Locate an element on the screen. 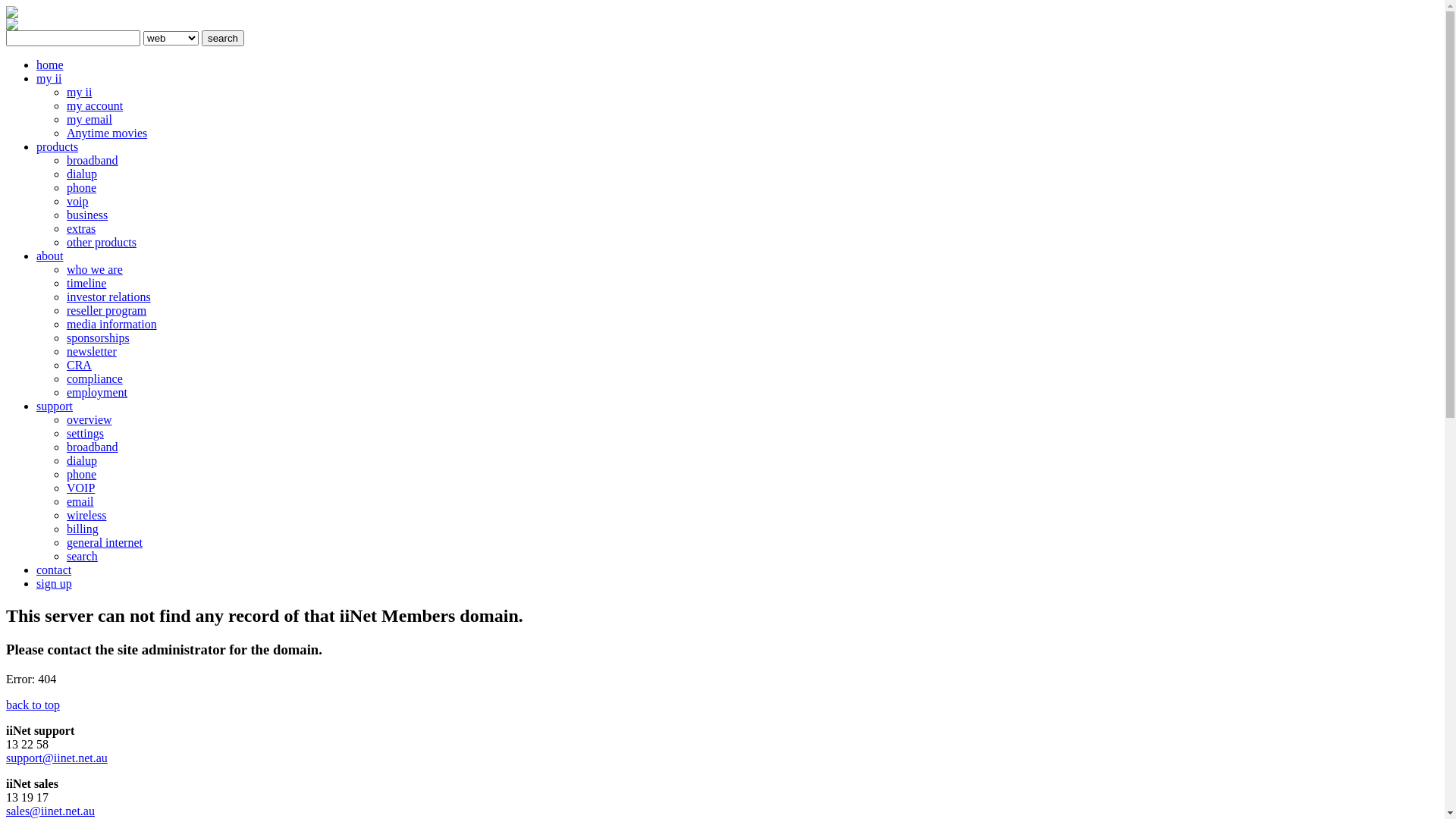  'my ii' is located at coordinates (65, 92).